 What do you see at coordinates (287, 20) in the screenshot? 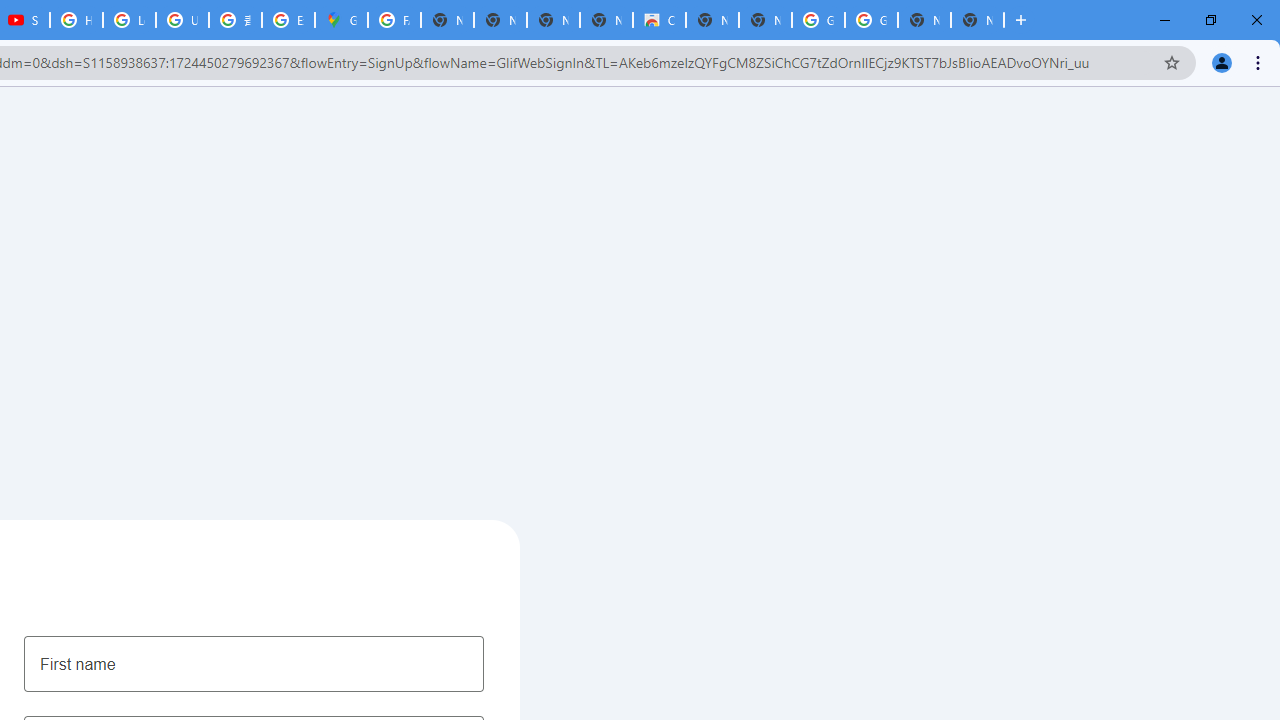
I see `'Explore new street-level details - Google Maps Help'` at bounding box center [287, 20].